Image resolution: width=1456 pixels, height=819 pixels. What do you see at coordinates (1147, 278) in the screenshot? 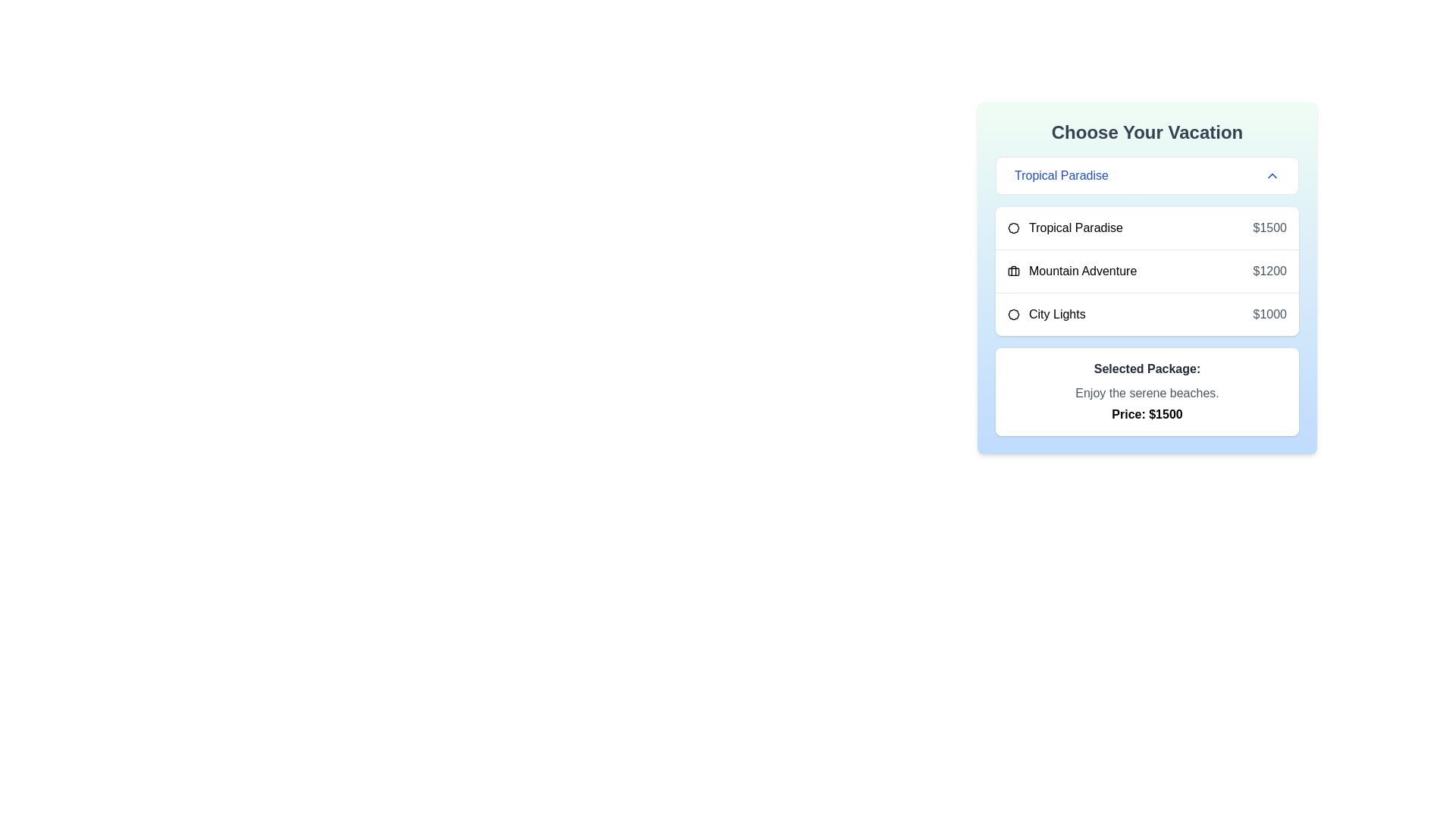
I see `the 'Mountain Adventure' package row in the Interactive selection panel titled 'Choose Your Vacation'` at bounding box center [1147, 278].